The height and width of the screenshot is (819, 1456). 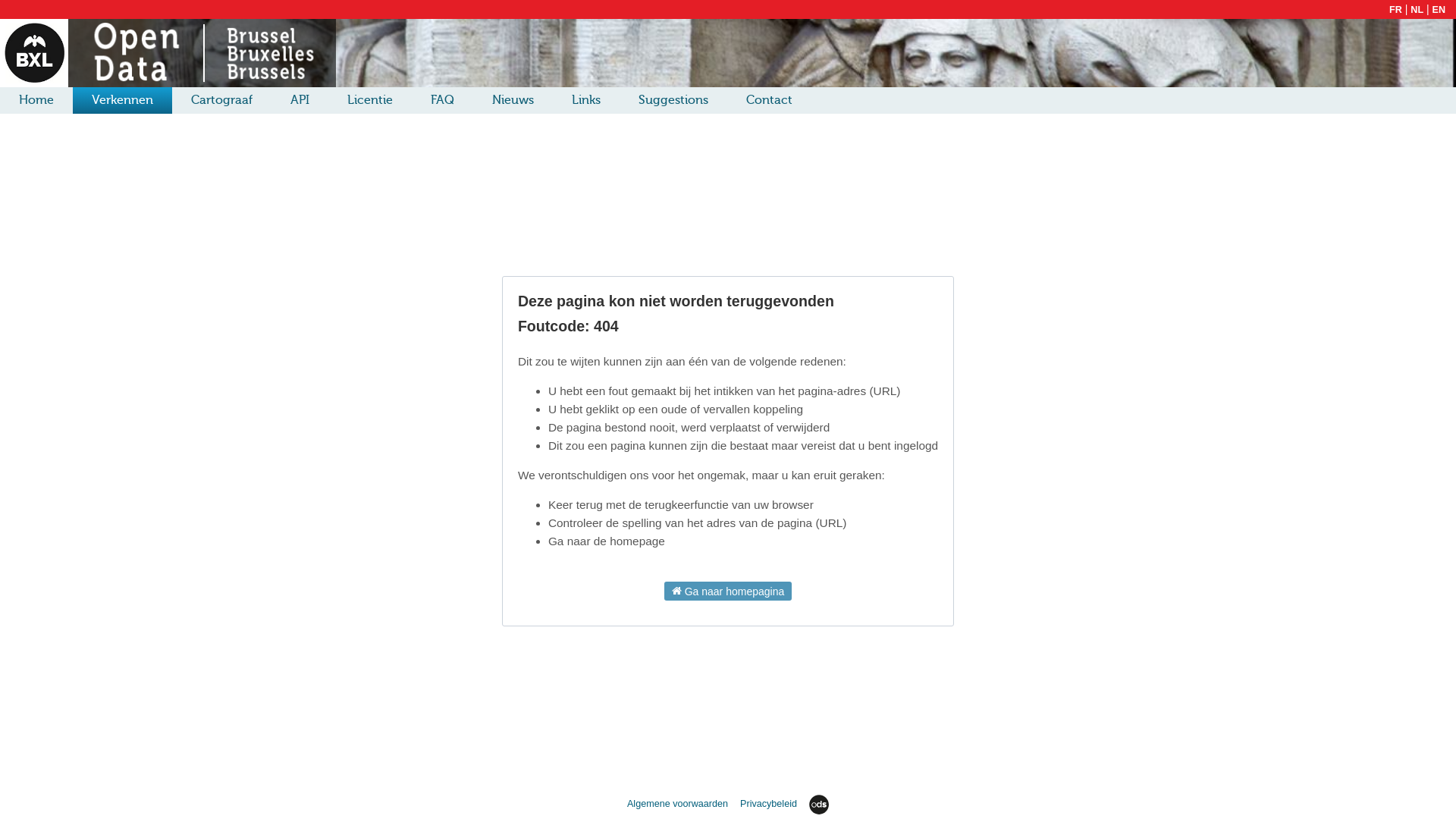 I want to click on 'Algemene voorwaarden', so click(x=678, y=803).